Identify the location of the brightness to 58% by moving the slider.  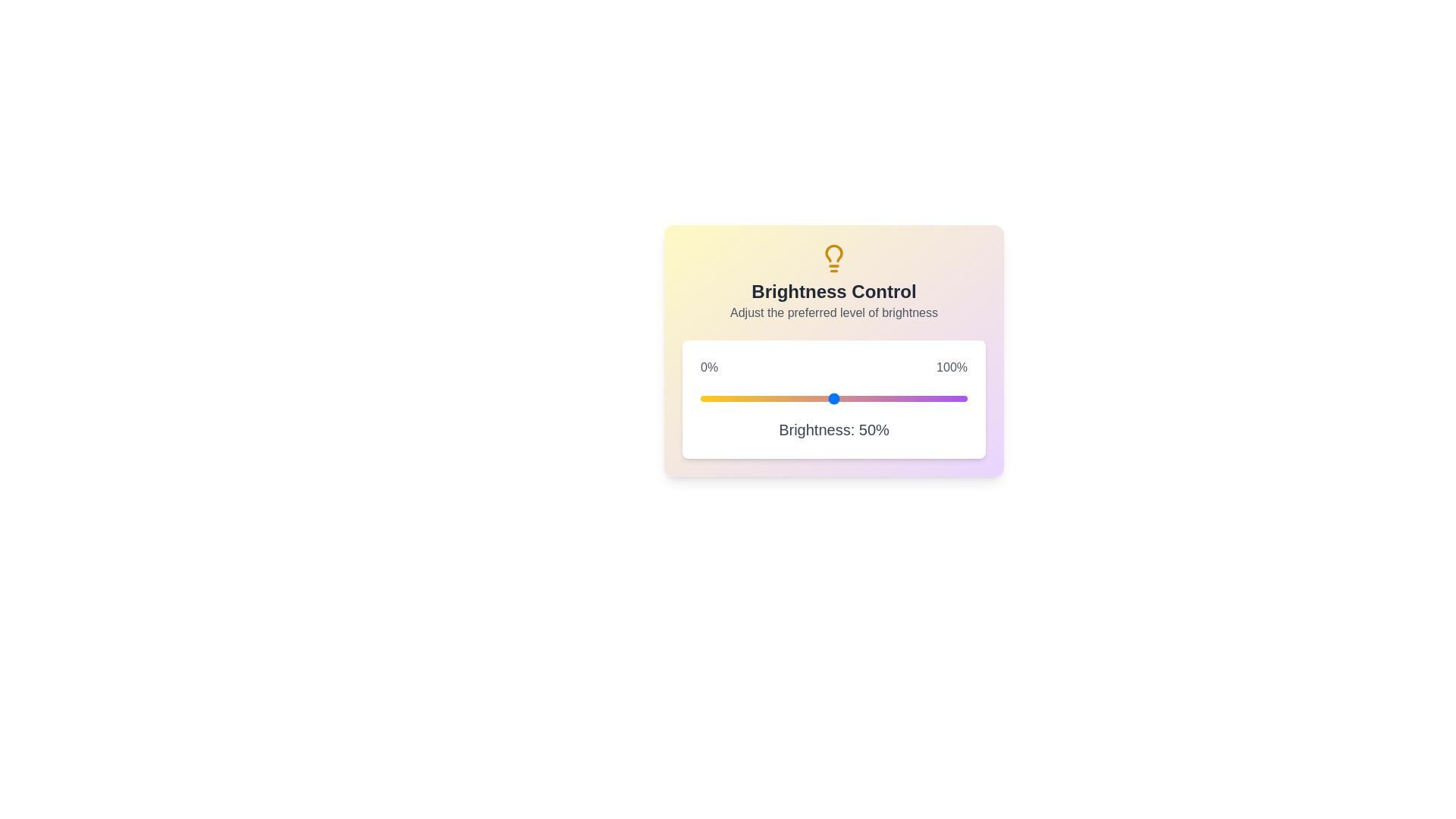
(855, 397).